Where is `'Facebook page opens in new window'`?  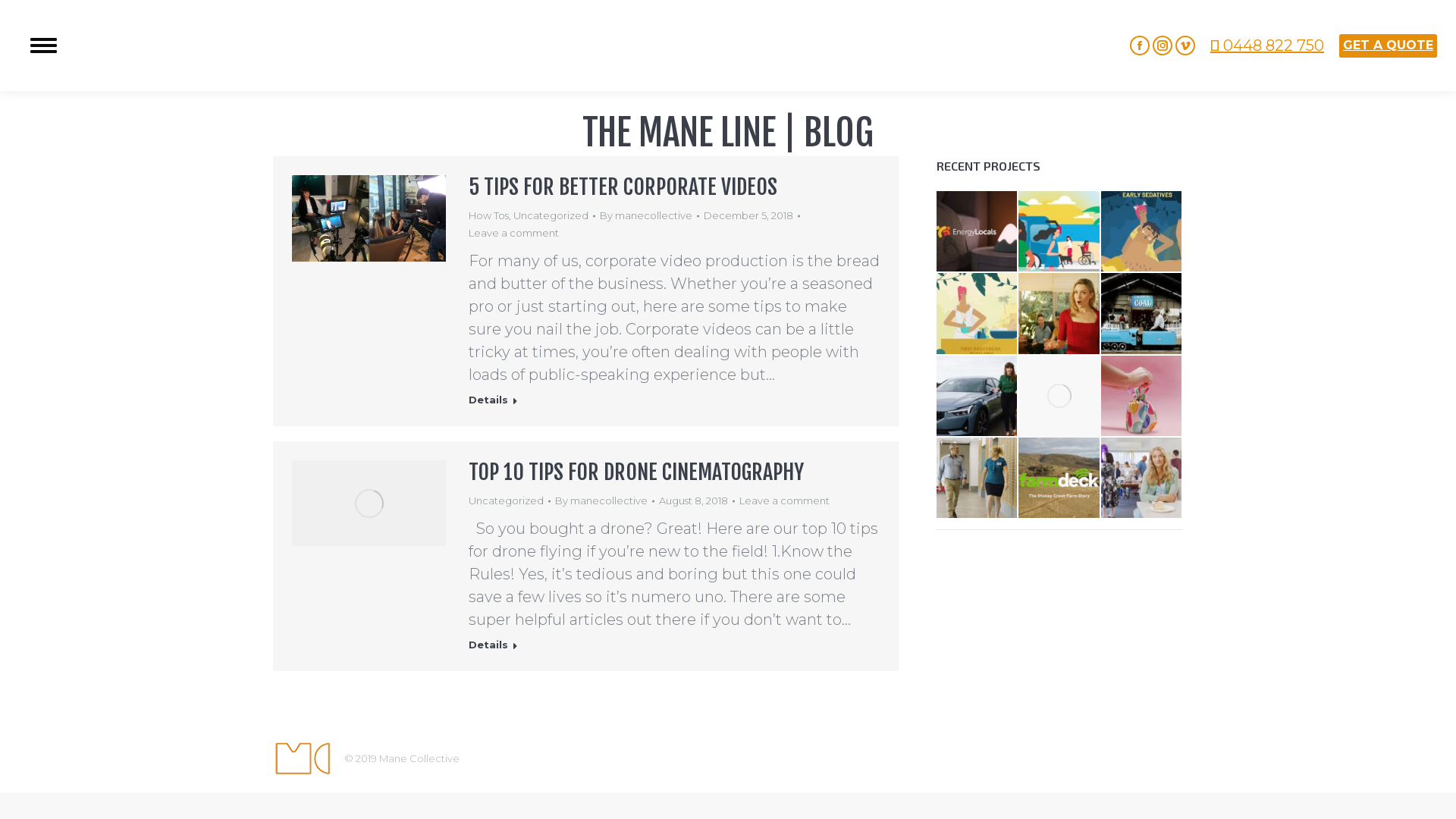 'Facebook page opens in new window' is located at coordinates (1129, 45).